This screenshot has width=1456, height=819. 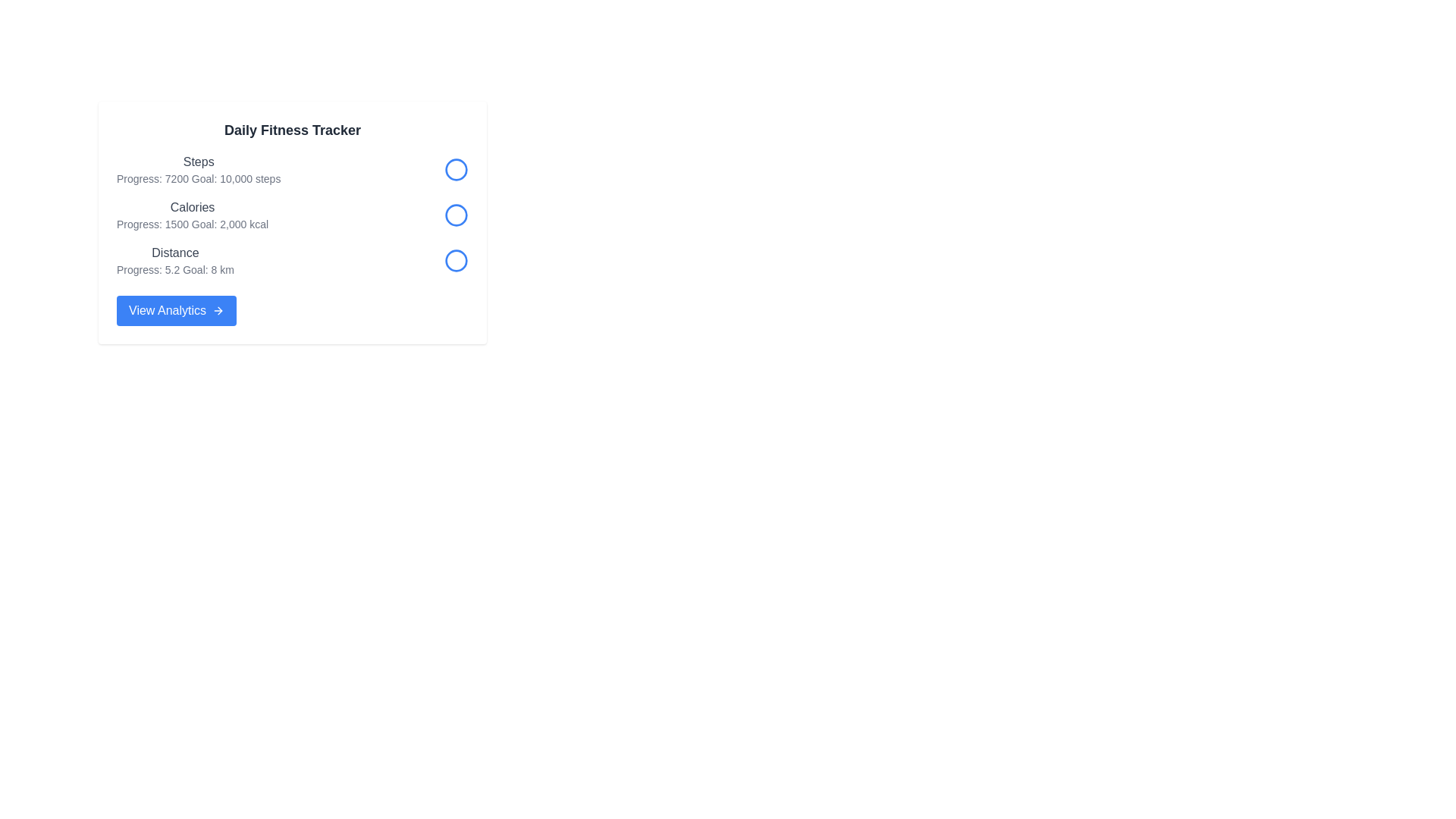 I want to click on the circular icon related to the 'Calories' section, so click(x=455, y=215).